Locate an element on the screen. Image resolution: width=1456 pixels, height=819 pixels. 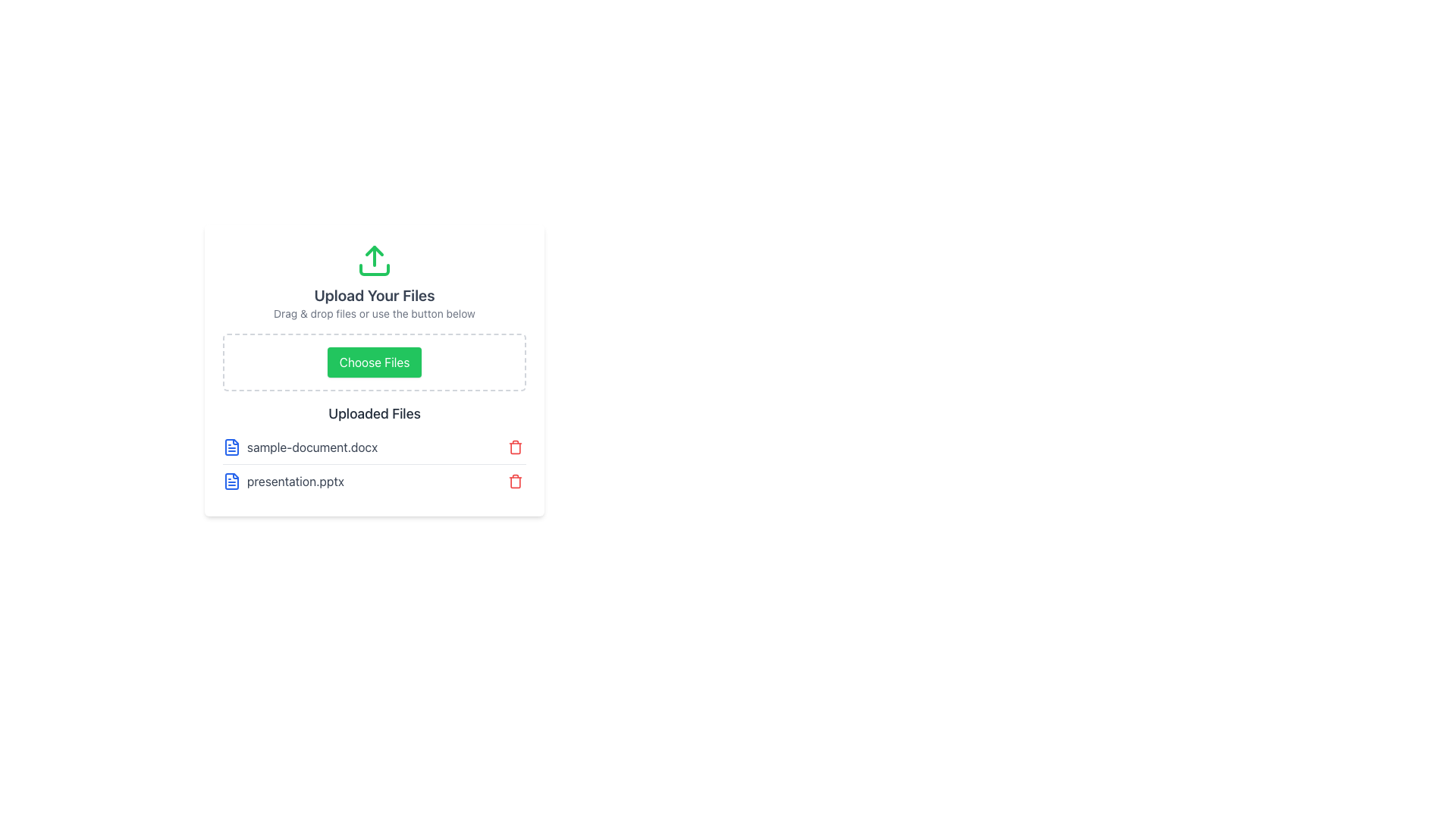
the delete button for the file entry 'presentation.pptx' in the uploaded files list is located at coordinates (516, 482).